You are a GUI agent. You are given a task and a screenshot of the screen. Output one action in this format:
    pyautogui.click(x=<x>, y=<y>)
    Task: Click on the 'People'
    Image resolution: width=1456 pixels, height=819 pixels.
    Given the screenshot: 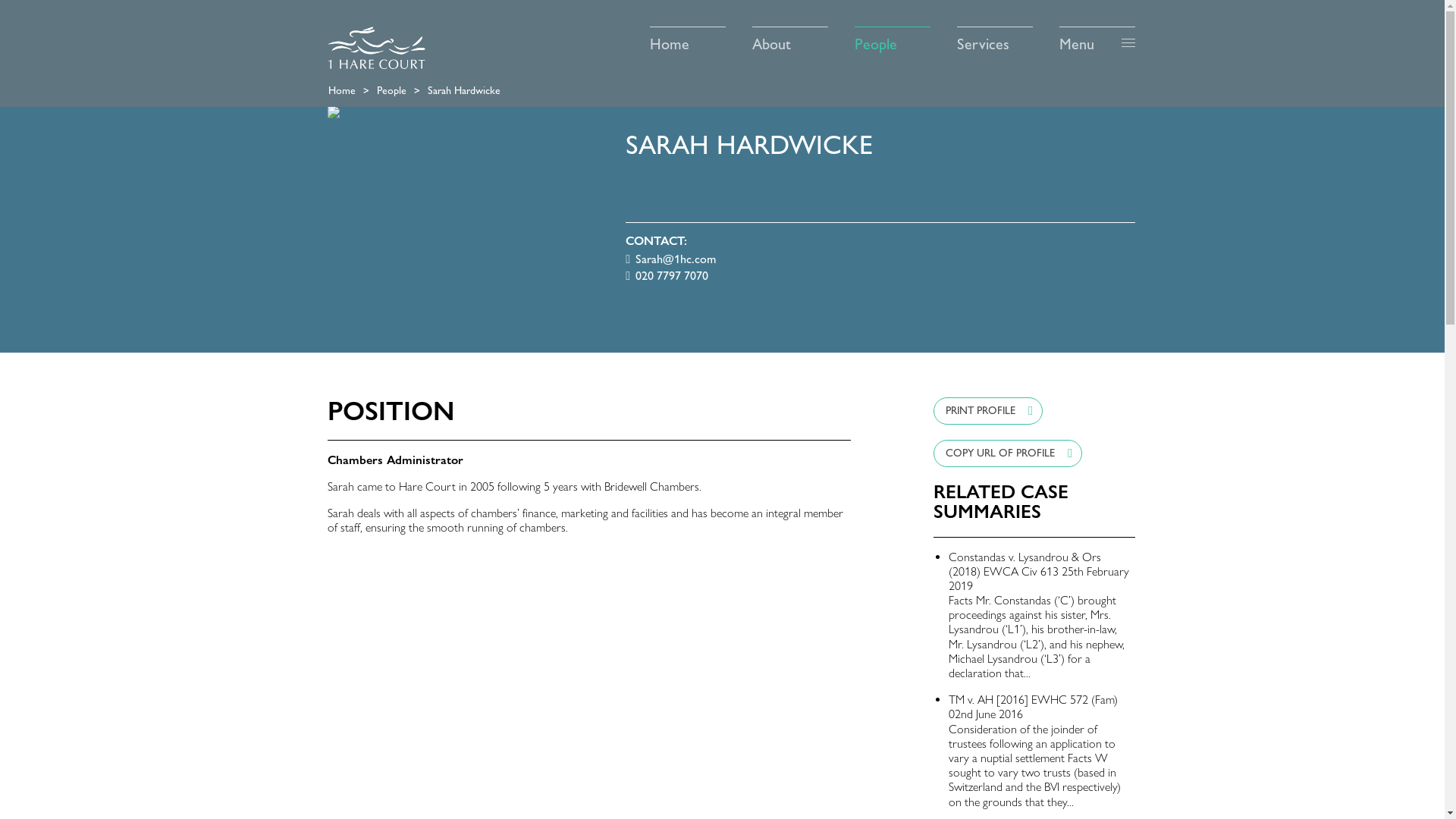 What is the action you would take?
    pyautogui.click(x=892, y=38)
    